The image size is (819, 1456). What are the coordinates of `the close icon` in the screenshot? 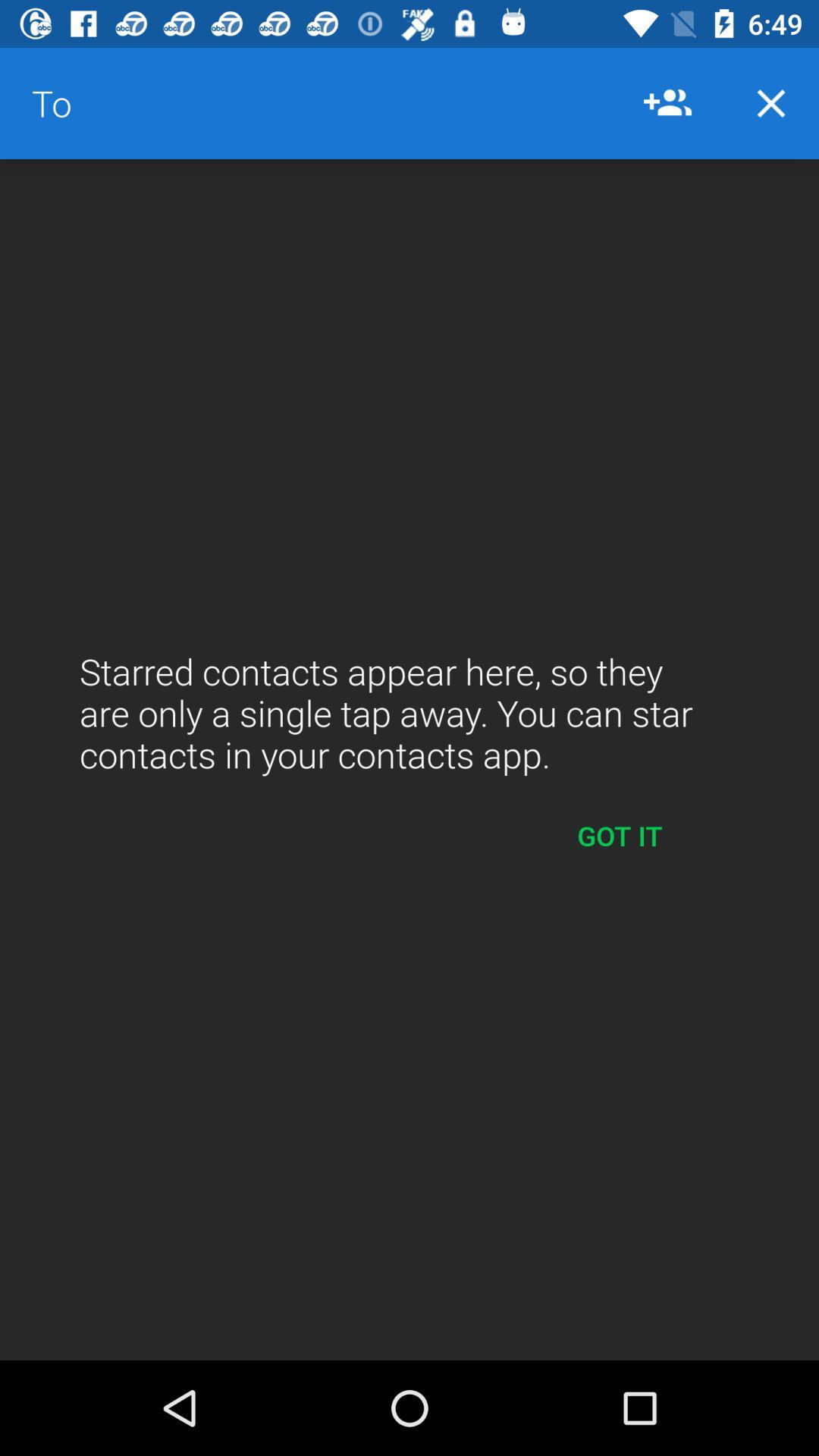 It's located at (771, 102).